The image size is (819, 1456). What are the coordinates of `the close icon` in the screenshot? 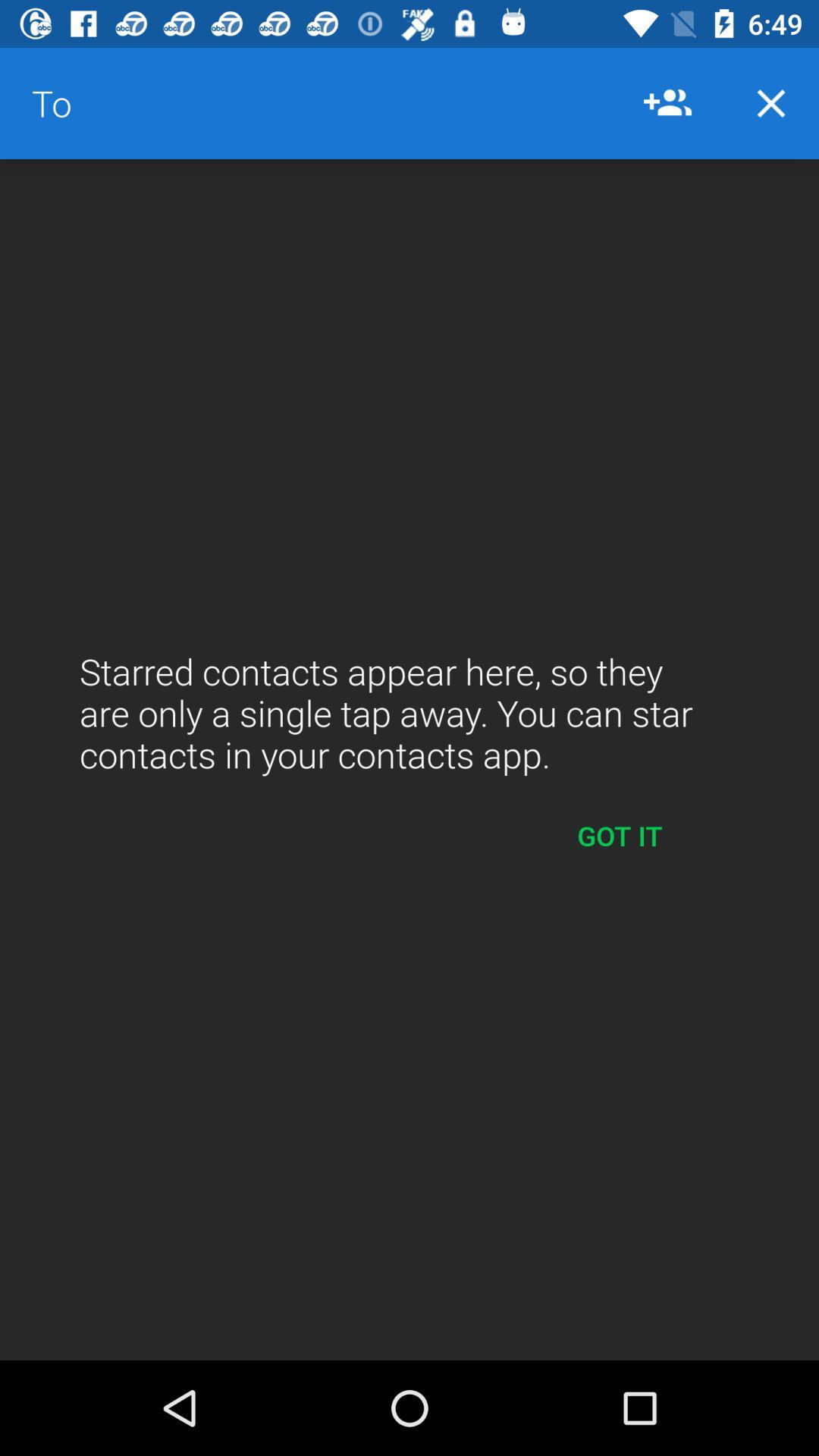 It's located at (771, 102).